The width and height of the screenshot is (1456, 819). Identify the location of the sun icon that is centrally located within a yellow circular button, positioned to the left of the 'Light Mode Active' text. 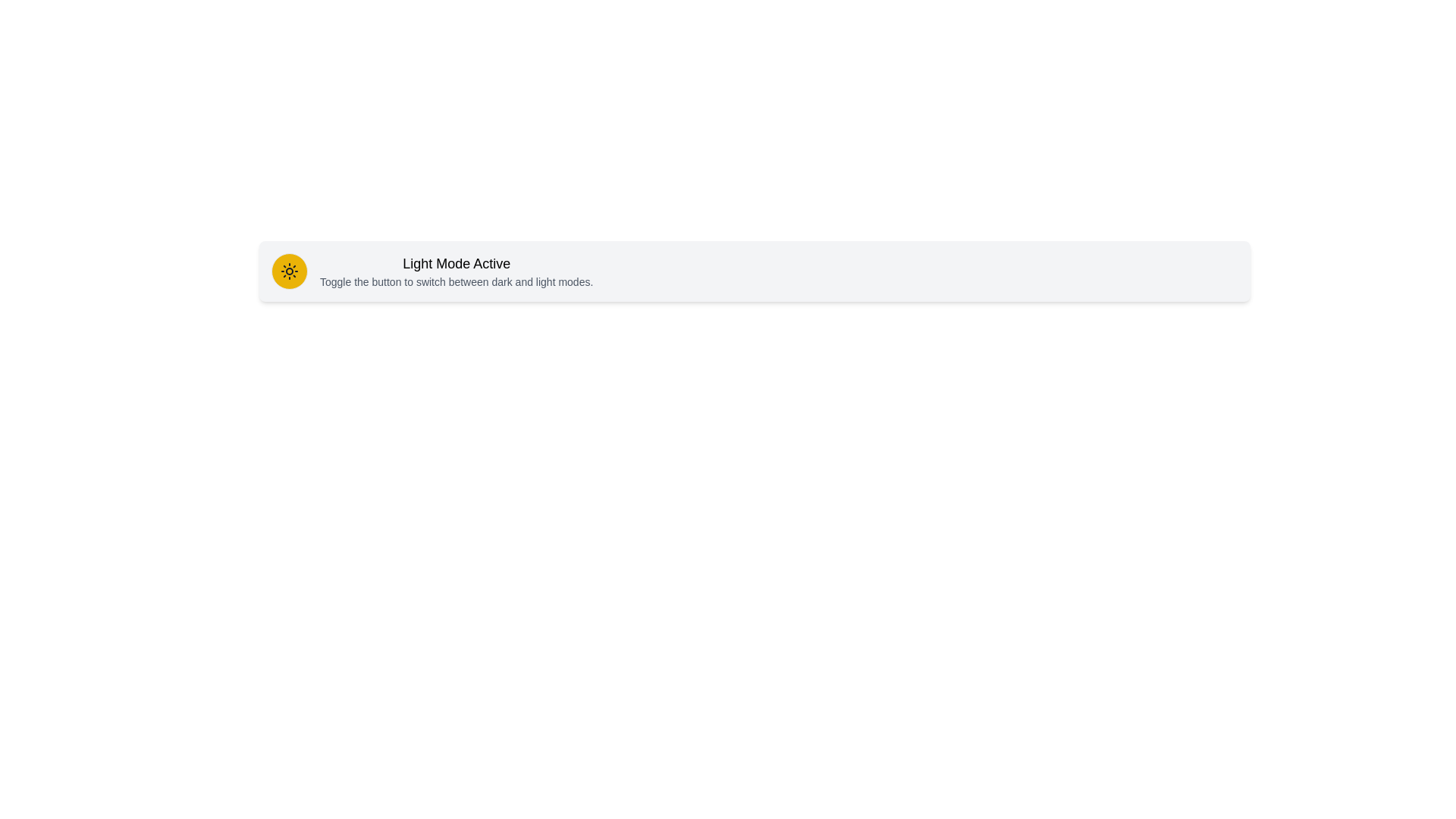
(290, 271).